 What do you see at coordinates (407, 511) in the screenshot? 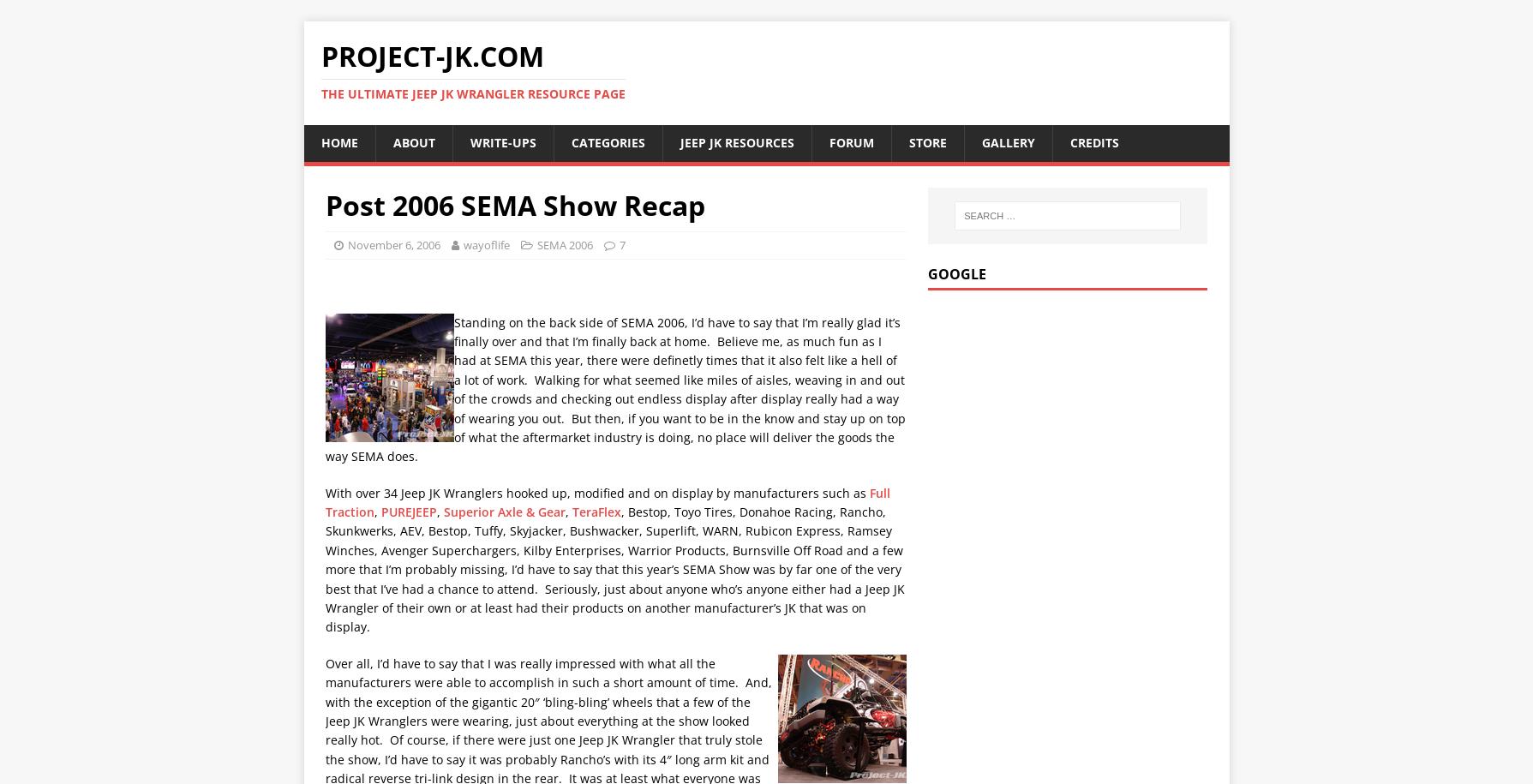
I see `'PUREJEEP'` at bounding box center [407, 511].